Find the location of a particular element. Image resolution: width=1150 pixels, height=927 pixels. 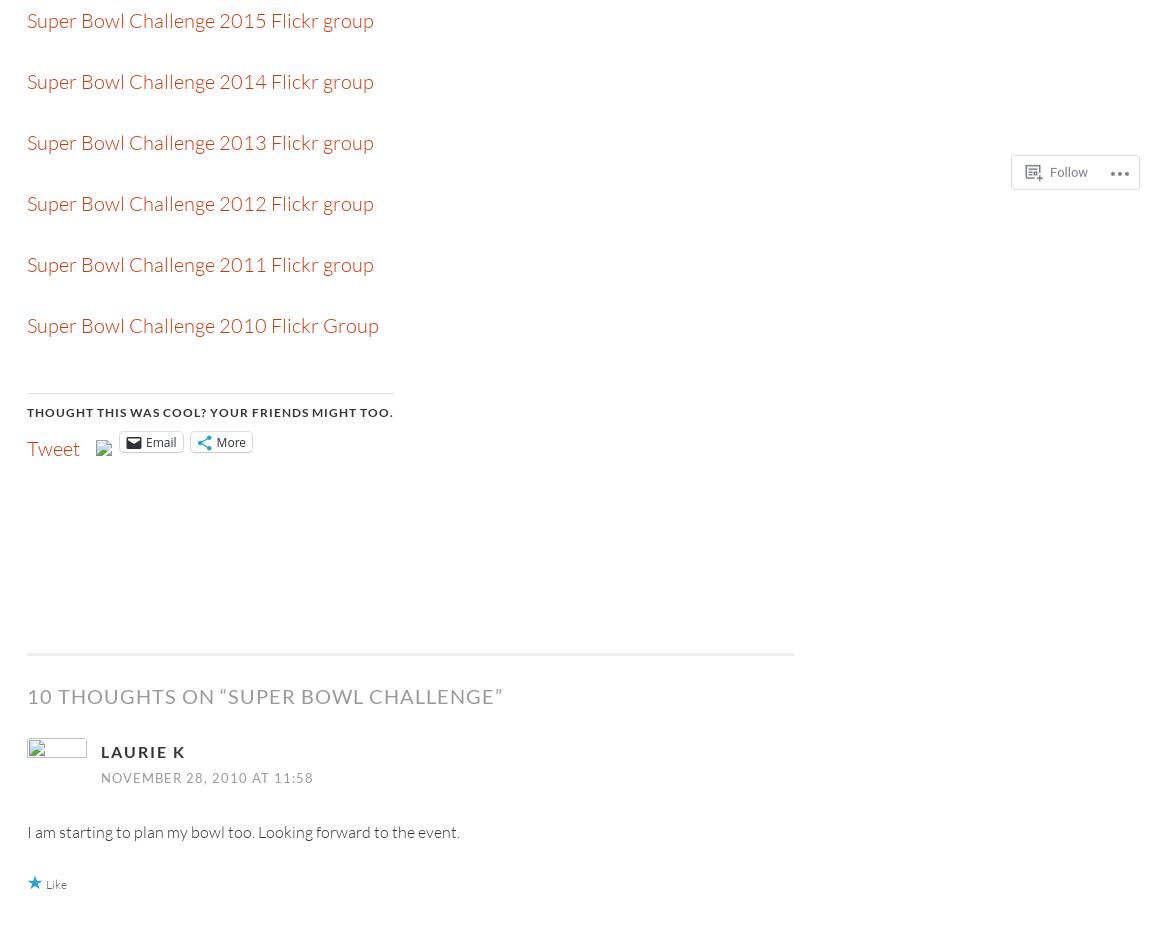

'More' is located at coordinates (230, 440).